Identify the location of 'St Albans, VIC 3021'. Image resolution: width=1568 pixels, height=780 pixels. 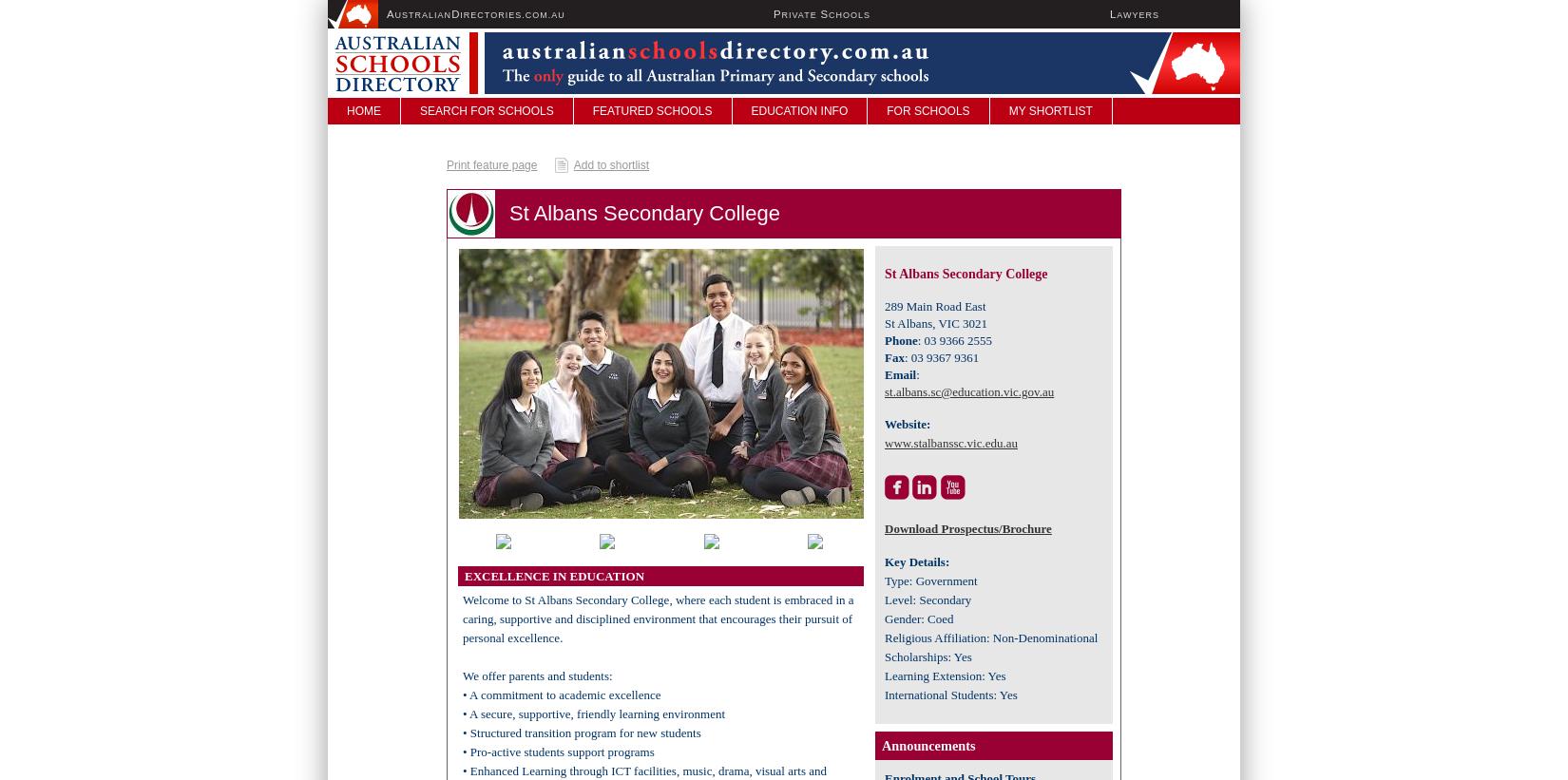
(936, 323).